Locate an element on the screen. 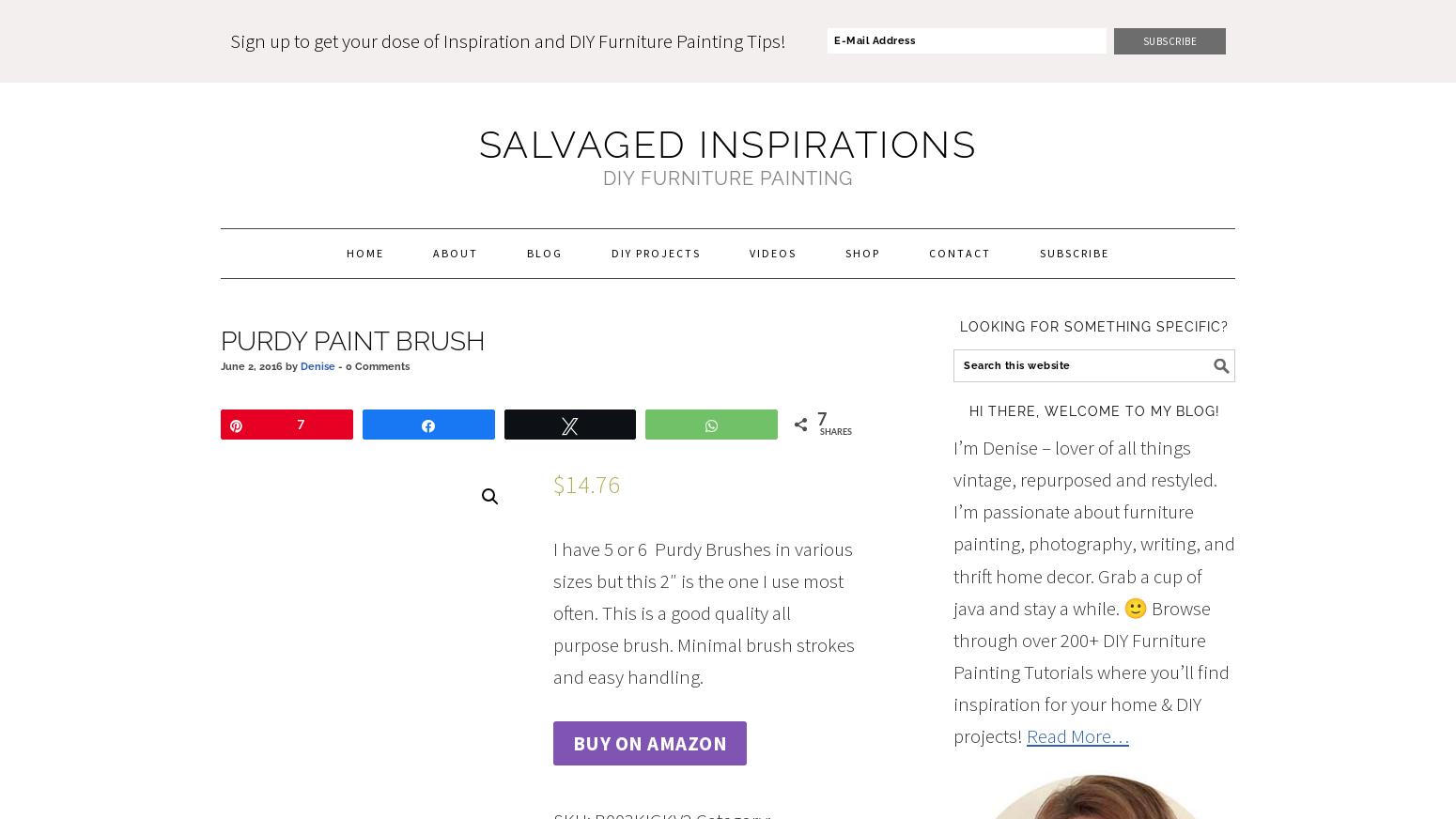 The width and height of the screenshot is (1456, 819). 'Shop' is located at coordinates (844, 251).